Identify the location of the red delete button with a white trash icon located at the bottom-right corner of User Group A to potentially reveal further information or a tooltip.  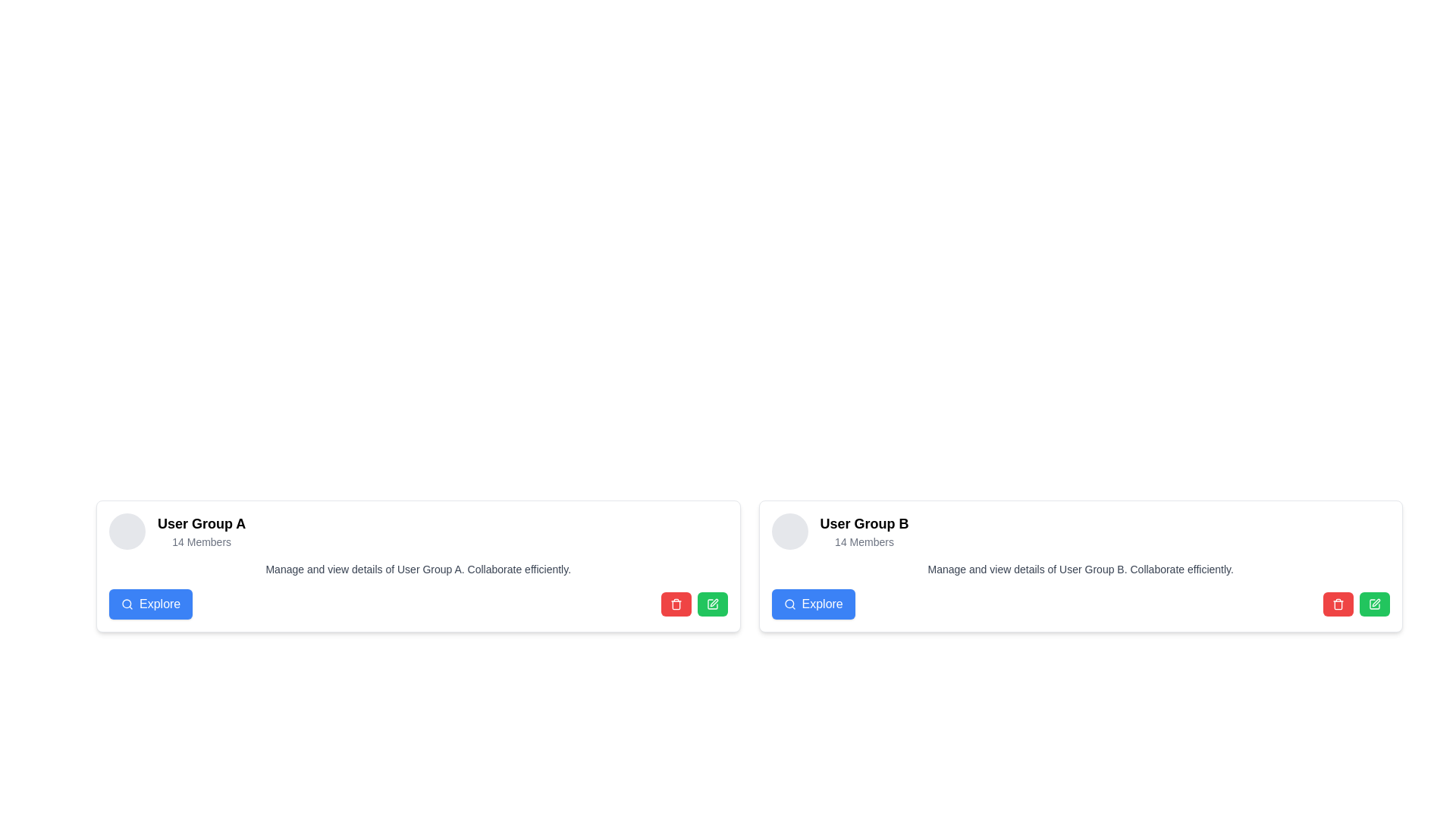
(675, 604).